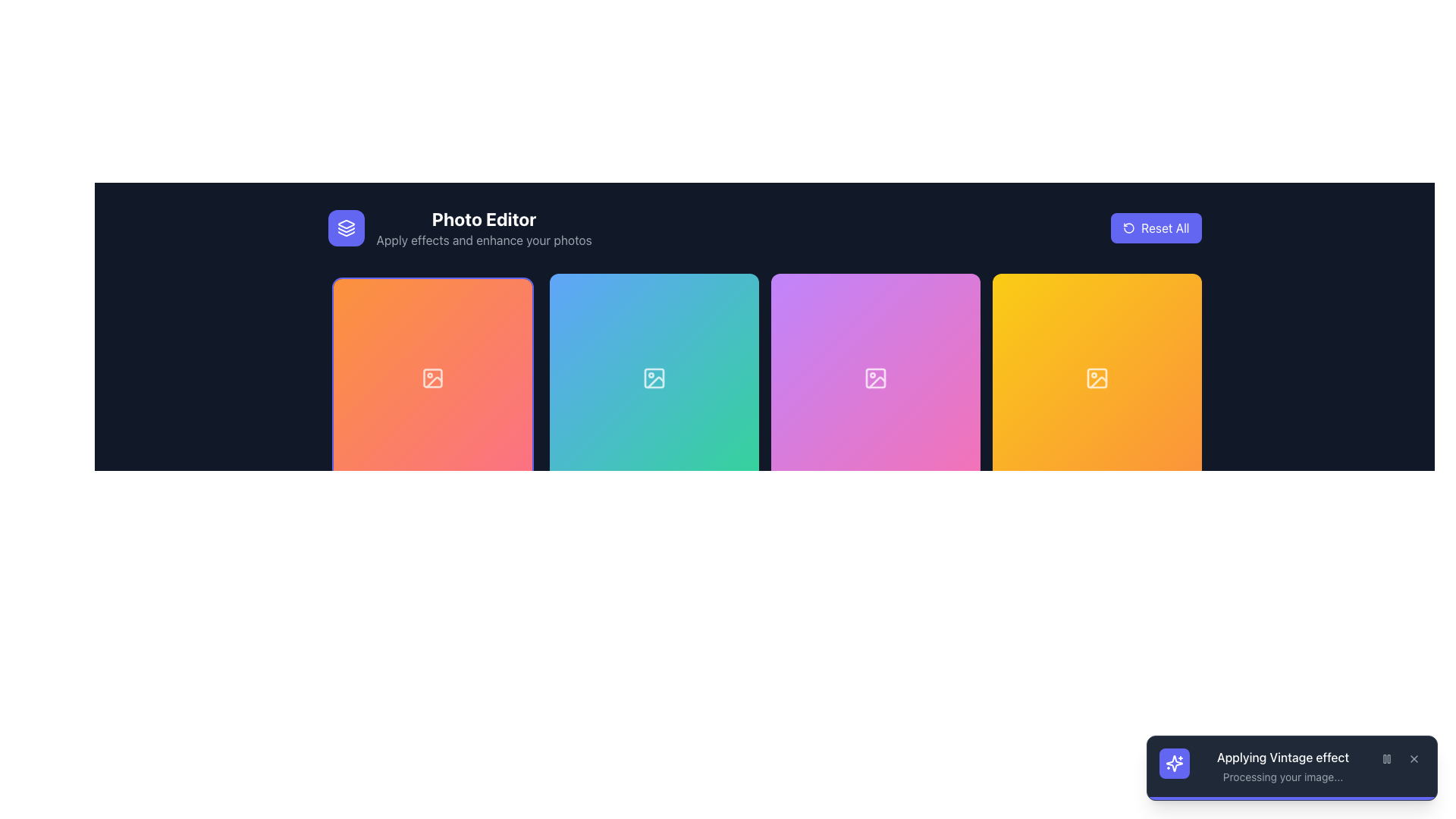 Image resolution: width=1456 pixels, height=819 pixels. I want to click on the small circular arrow icon located within the 'Reset All' button, so click(1129, 227).